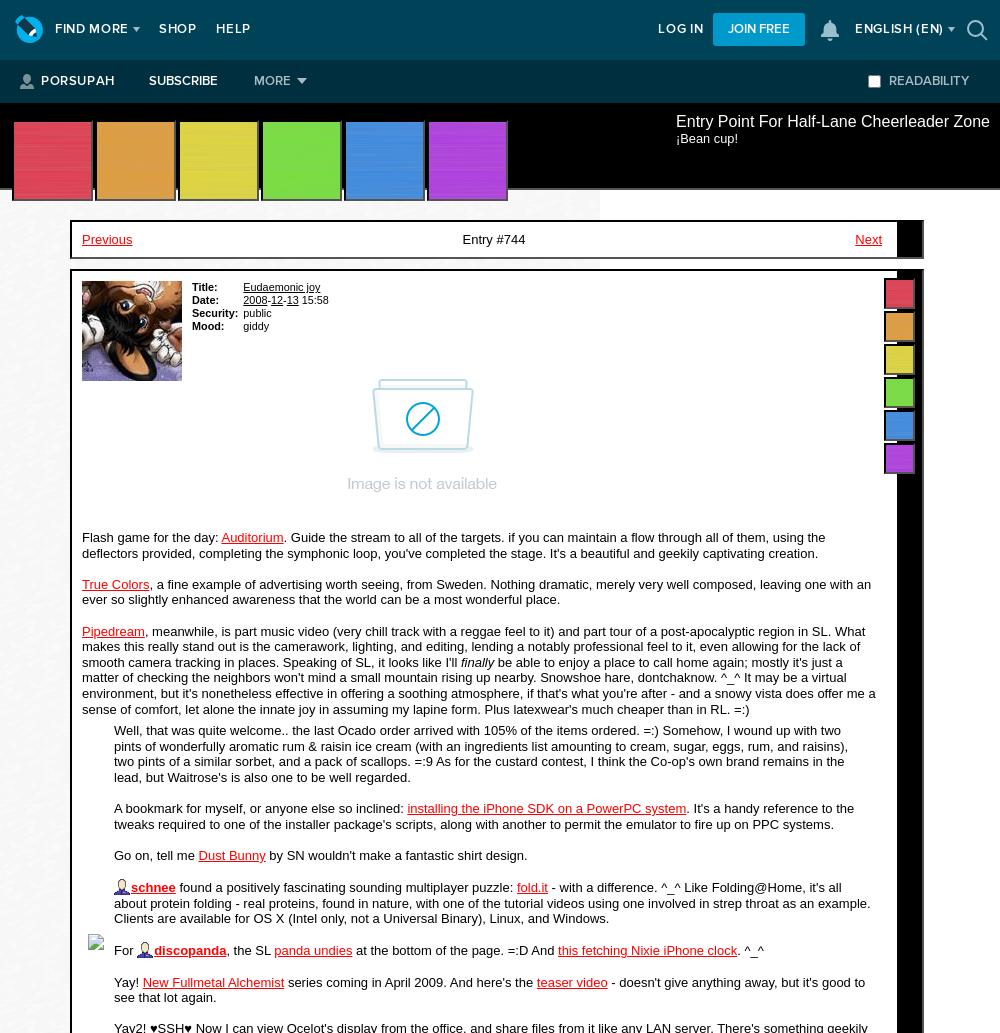 Image resolution: width=1000 pixels, height=1033 pixels. I want to click on 'A bookmark for myself, or anyone else so inclined:', so click(260, 808).